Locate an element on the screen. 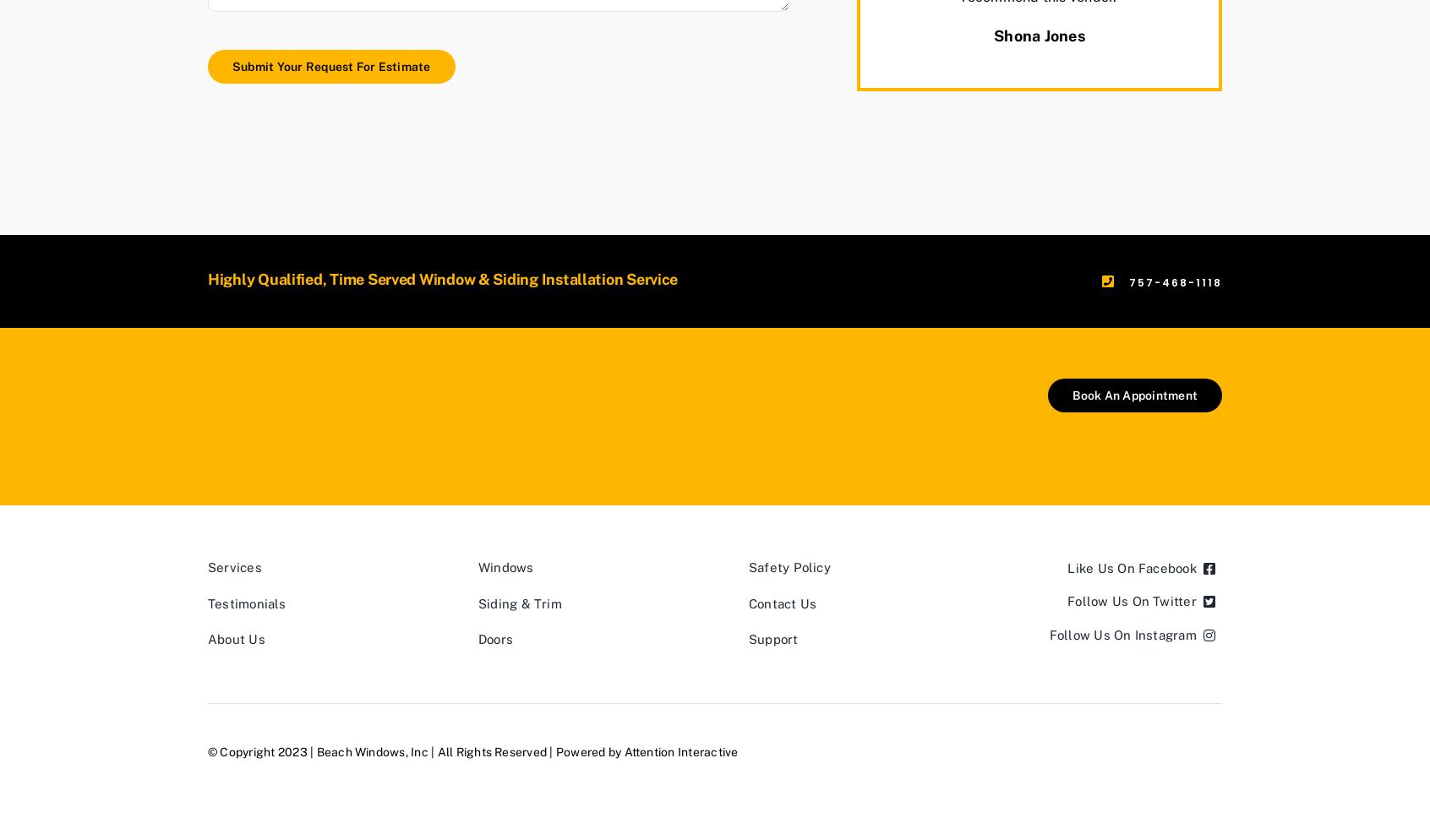 The image size is (1430, 840). '© Copyright 2023 |  Beach Windows, Inc   |   All Rights Reserved   |   Powered by' is located at coordinates (208, 750).